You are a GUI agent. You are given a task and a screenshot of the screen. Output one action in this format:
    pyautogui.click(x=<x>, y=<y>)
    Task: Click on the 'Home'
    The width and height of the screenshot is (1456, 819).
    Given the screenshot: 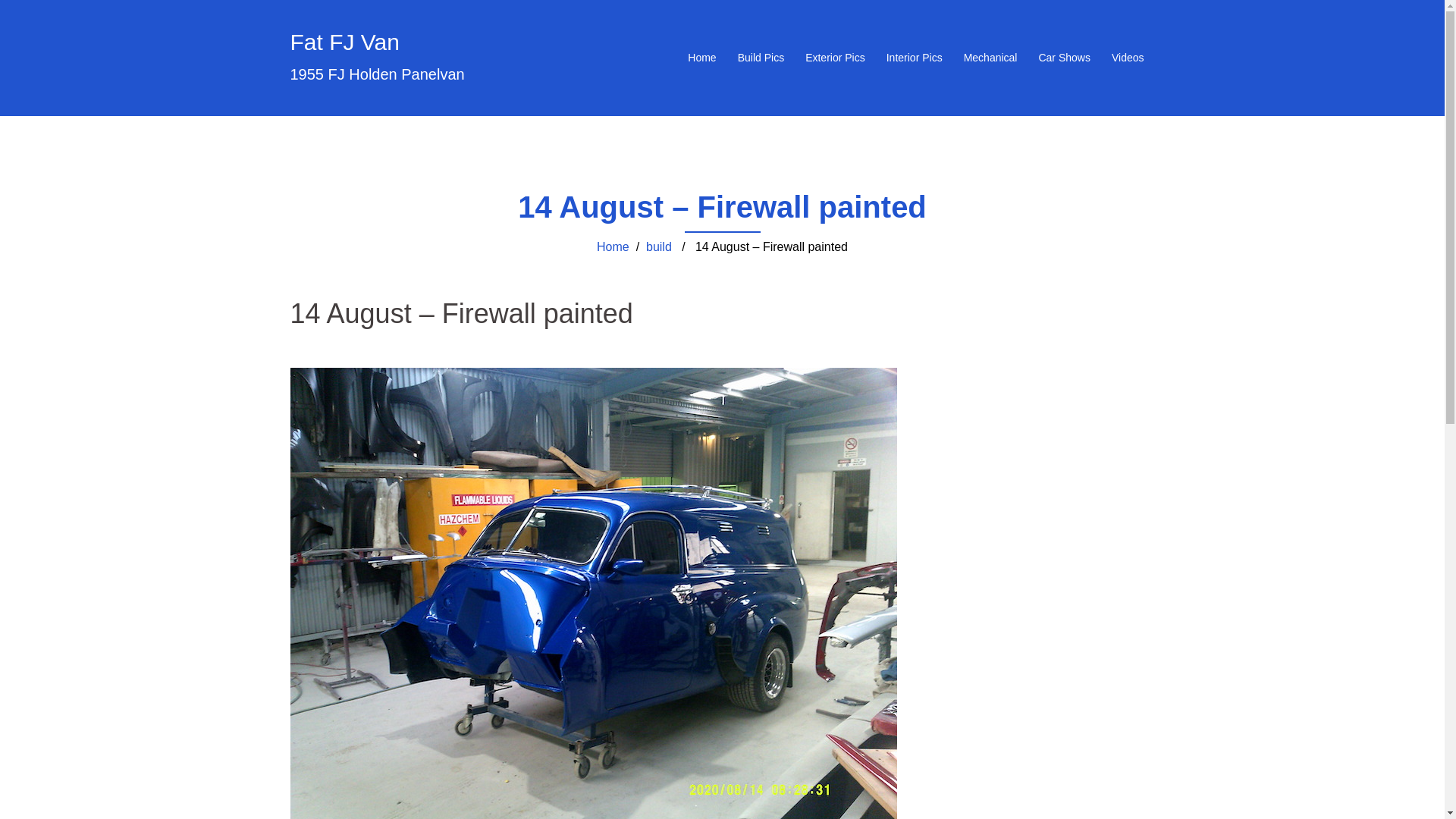 What is the action you would take?
    pyautogui.click(x=687, y=57)
    